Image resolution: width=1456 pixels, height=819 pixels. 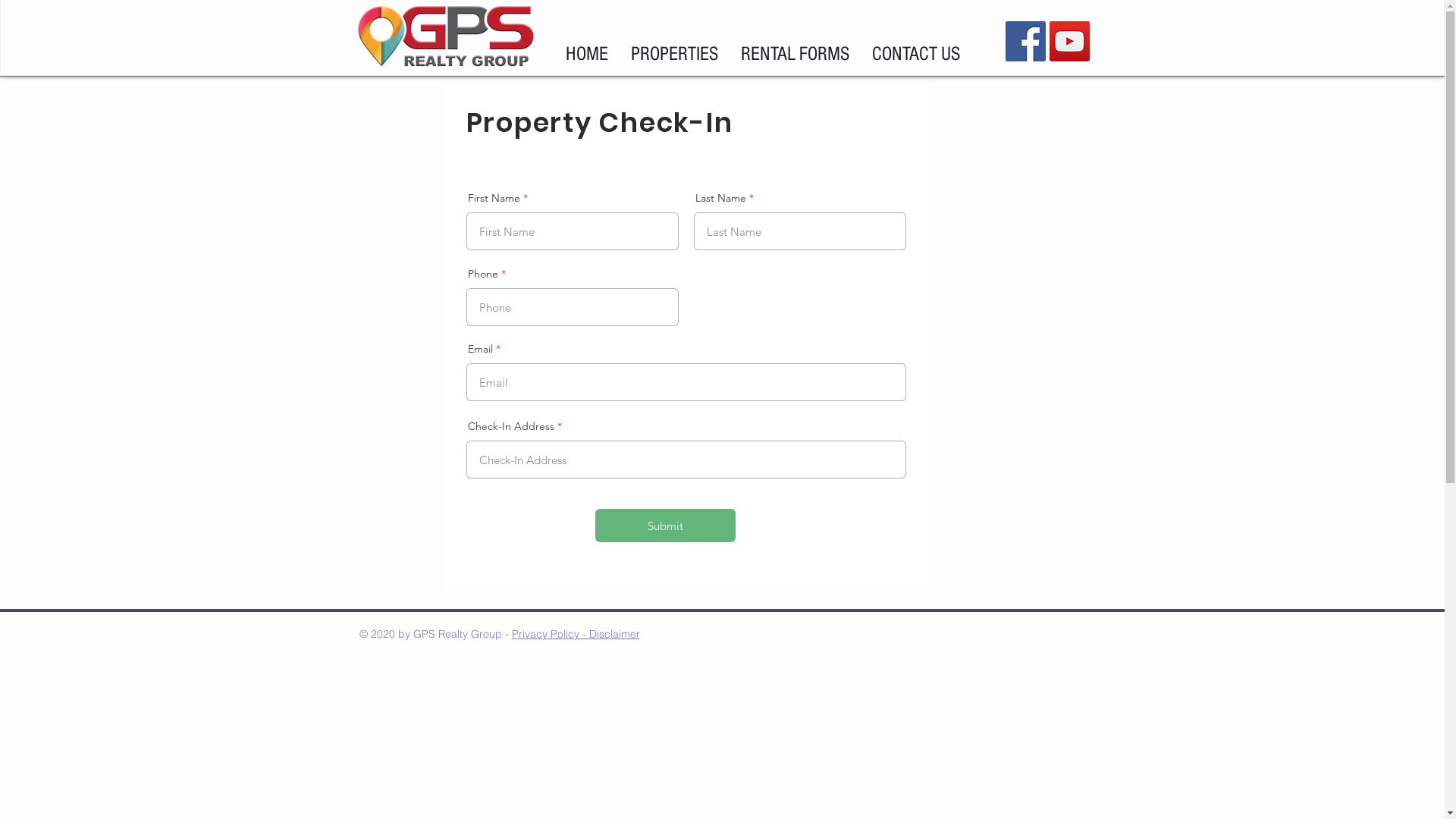 I want to click on 'RENTAL FORMS', so click(x=794, y=54).